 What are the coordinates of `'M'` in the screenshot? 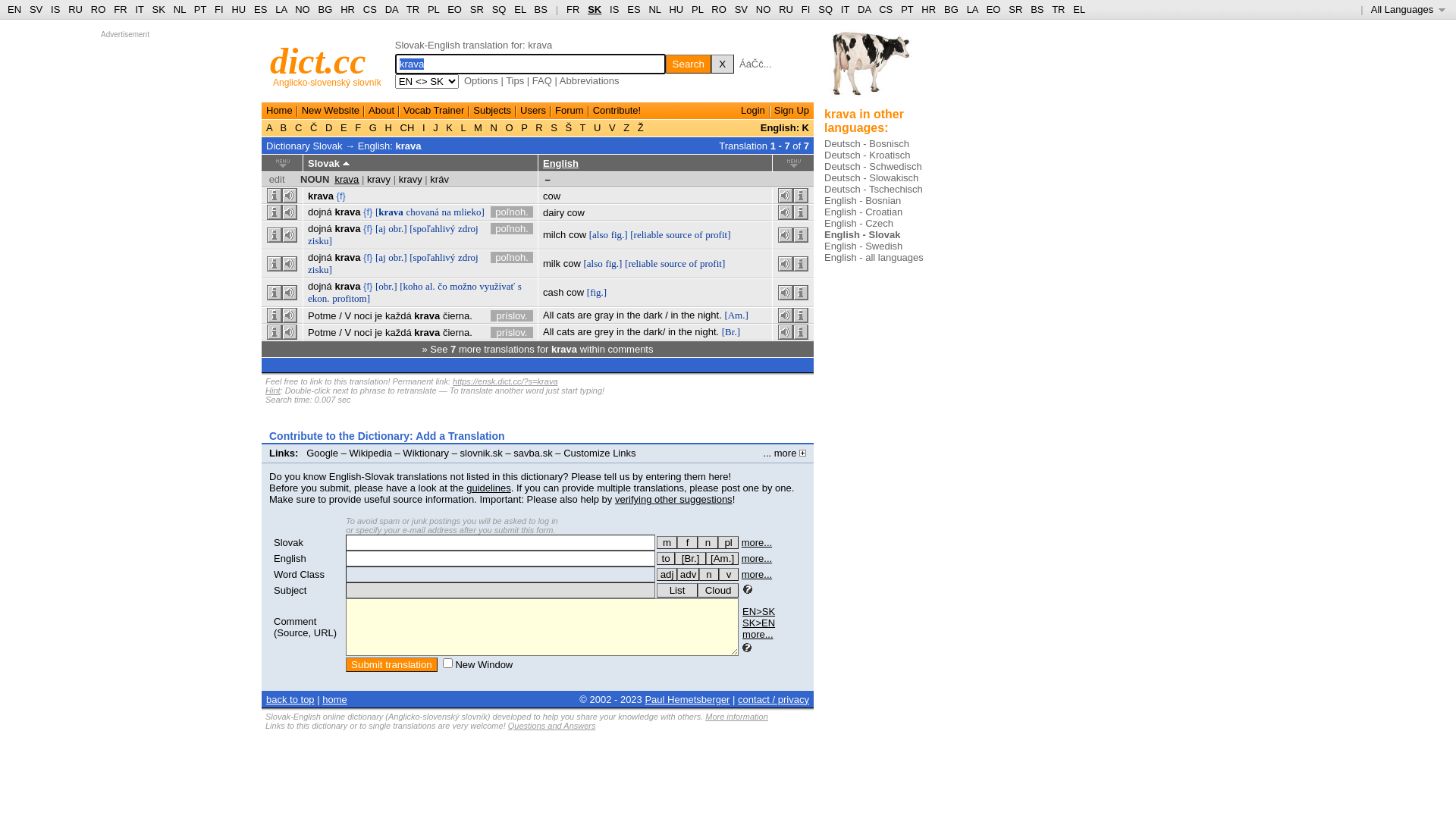 It's located at (469, 127).